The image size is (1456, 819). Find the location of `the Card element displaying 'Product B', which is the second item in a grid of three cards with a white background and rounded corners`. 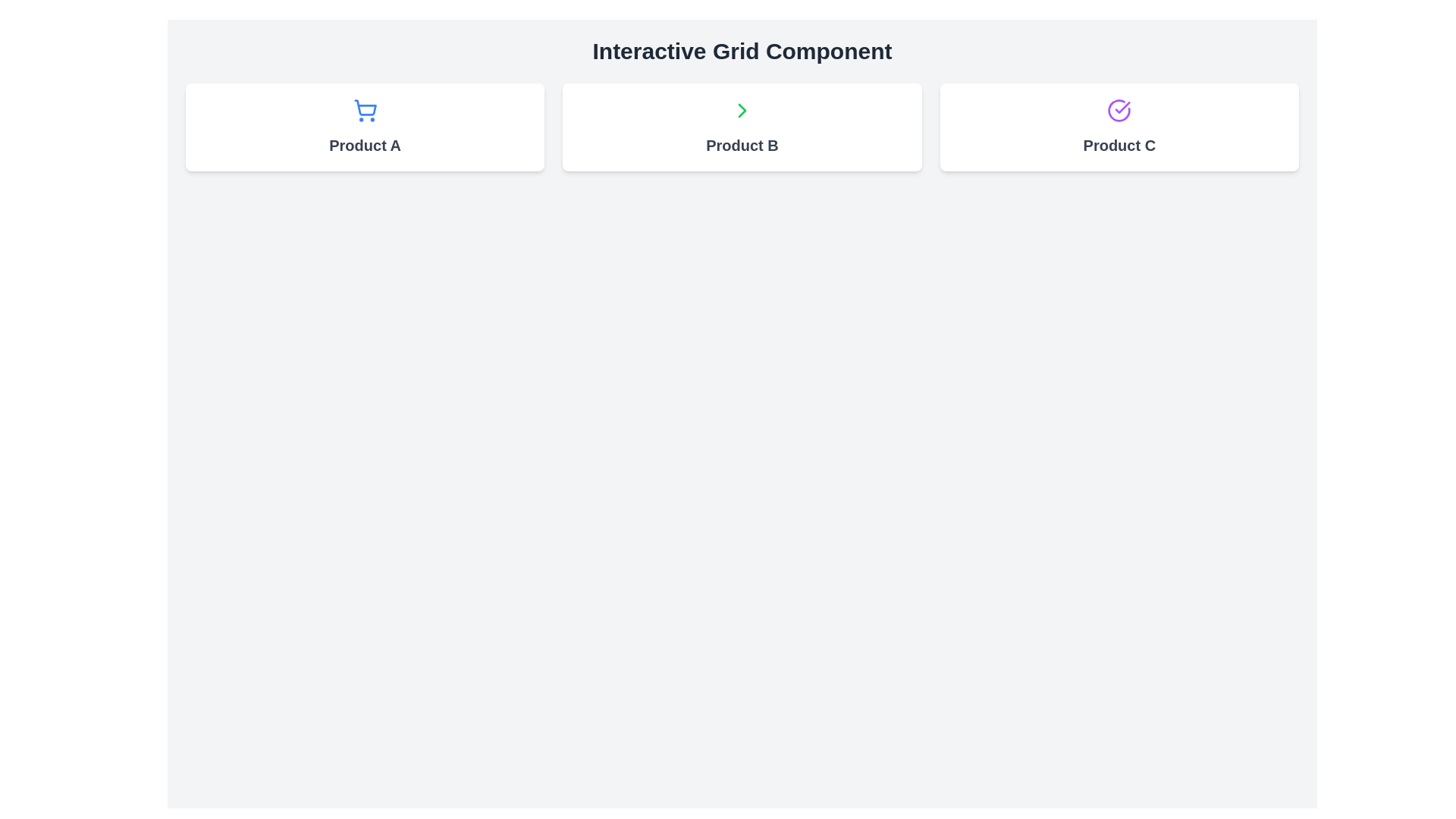

the Card element displaying 'Product B', which is the second item in a grid of three cards with a white background and rounded corners is located at coordinates (742, 127).